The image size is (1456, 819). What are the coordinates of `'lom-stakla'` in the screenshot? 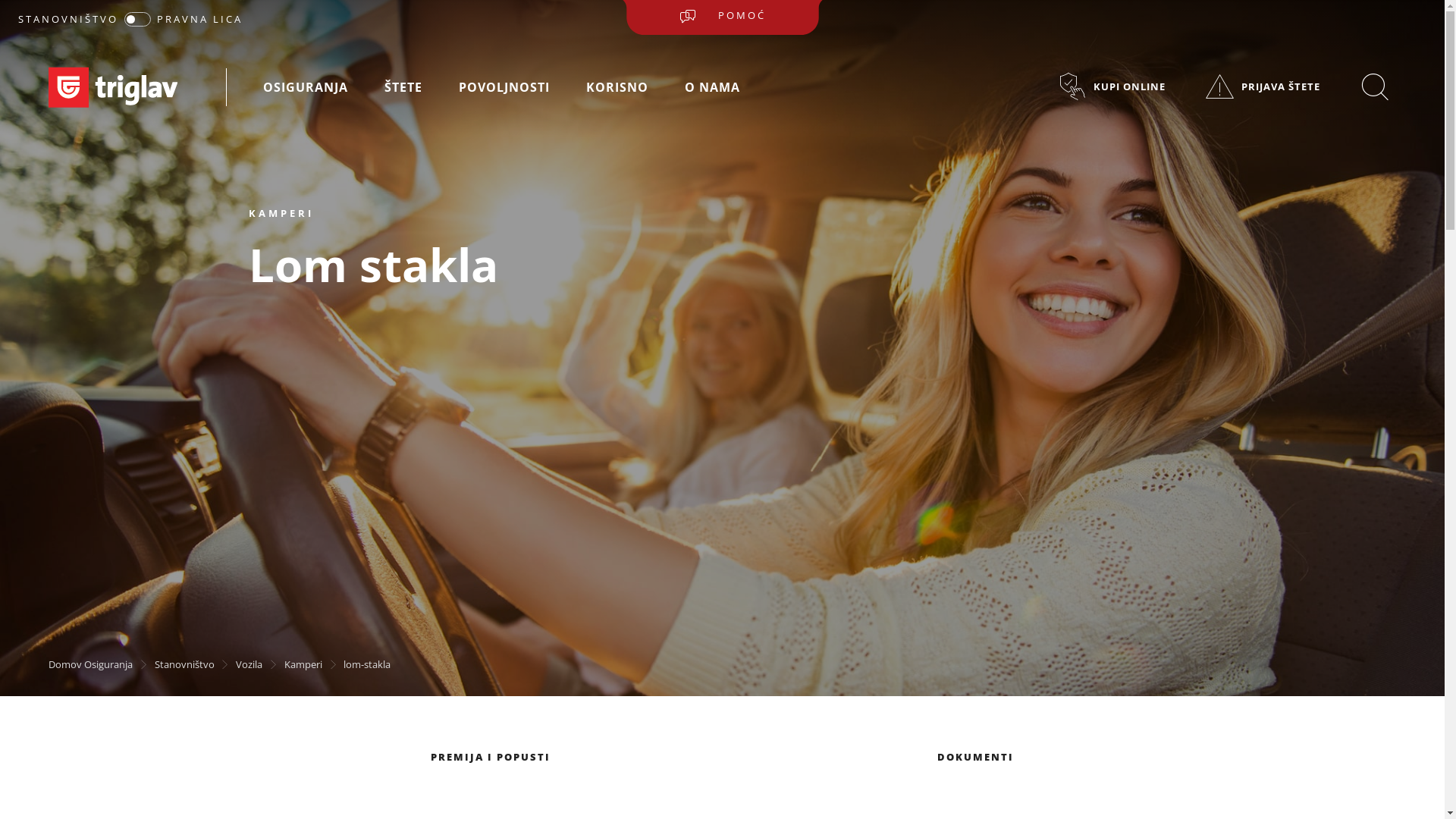 It's located at (367, 663).